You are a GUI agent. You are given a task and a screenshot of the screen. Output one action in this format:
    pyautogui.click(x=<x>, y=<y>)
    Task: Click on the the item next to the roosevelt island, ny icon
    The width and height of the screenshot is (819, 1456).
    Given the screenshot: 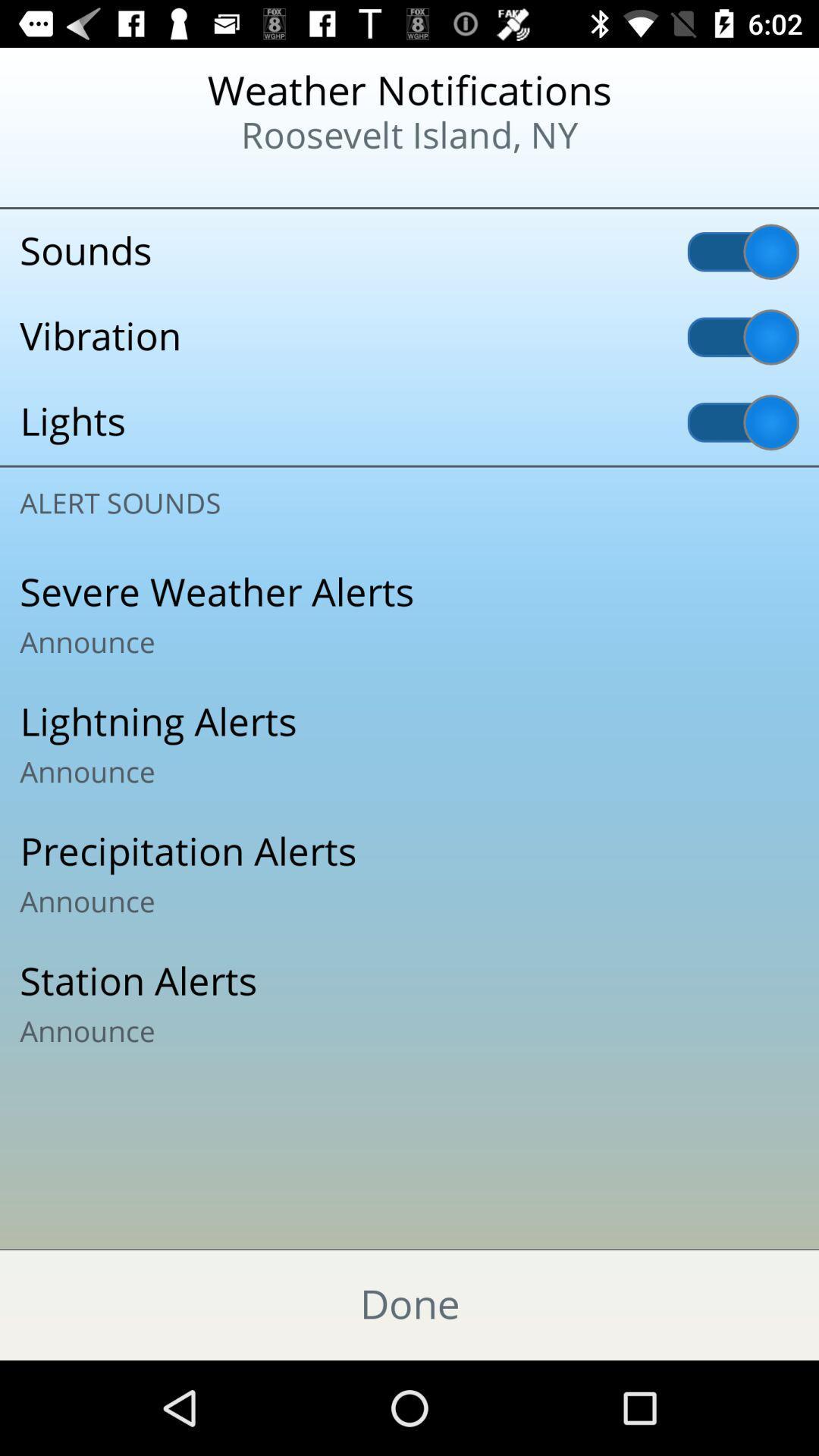 What is the action you would take?
    pyautogui.click(x=99, y=182)
    